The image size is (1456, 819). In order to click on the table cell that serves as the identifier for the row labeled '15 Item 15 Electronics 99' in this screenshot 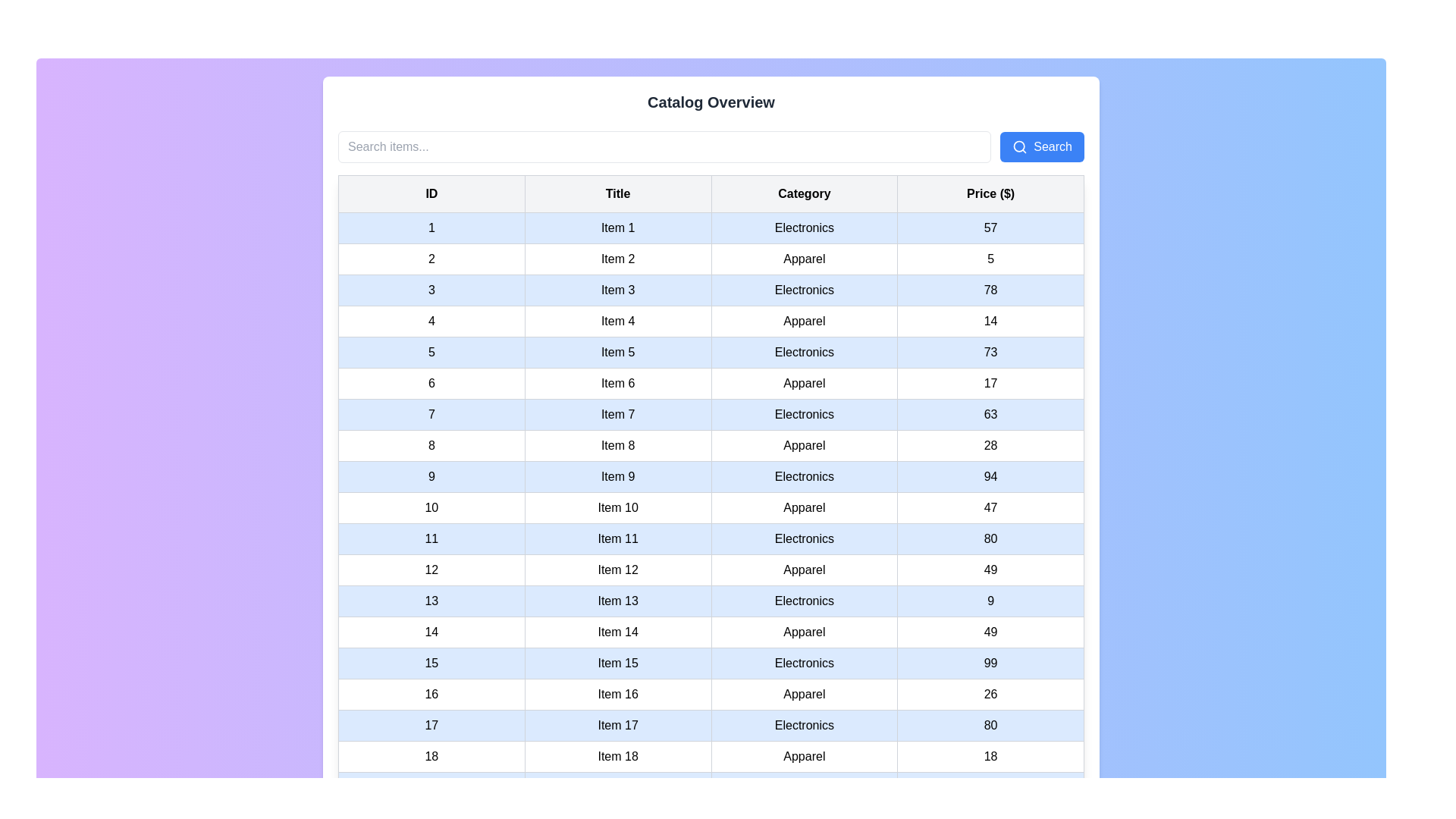, I will do `click(431, 663)`.